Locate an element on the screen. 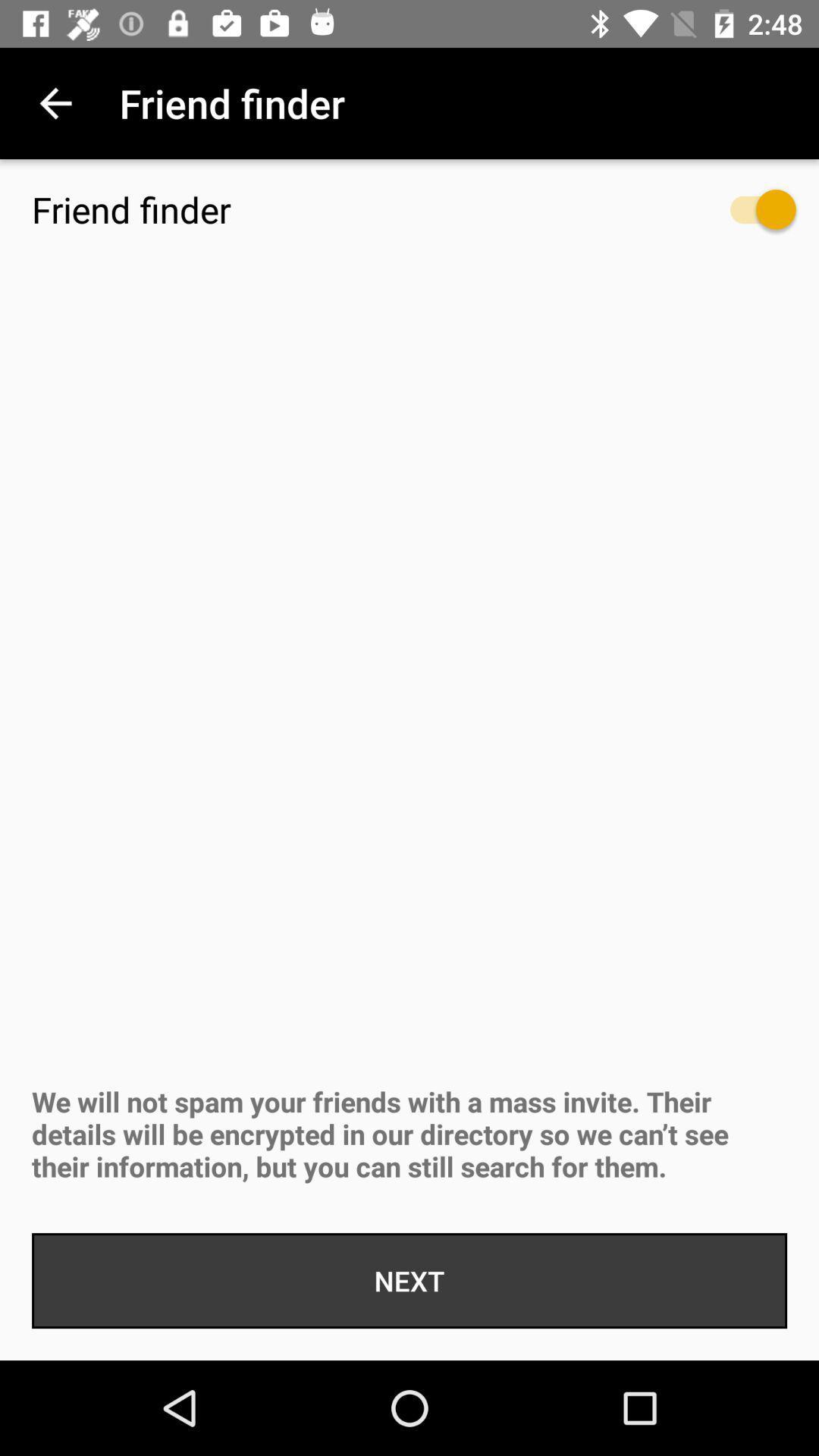 The height and width of the screenshot is (1456, 819). the app next to friend finder icon is located at coordinates (55, 102).